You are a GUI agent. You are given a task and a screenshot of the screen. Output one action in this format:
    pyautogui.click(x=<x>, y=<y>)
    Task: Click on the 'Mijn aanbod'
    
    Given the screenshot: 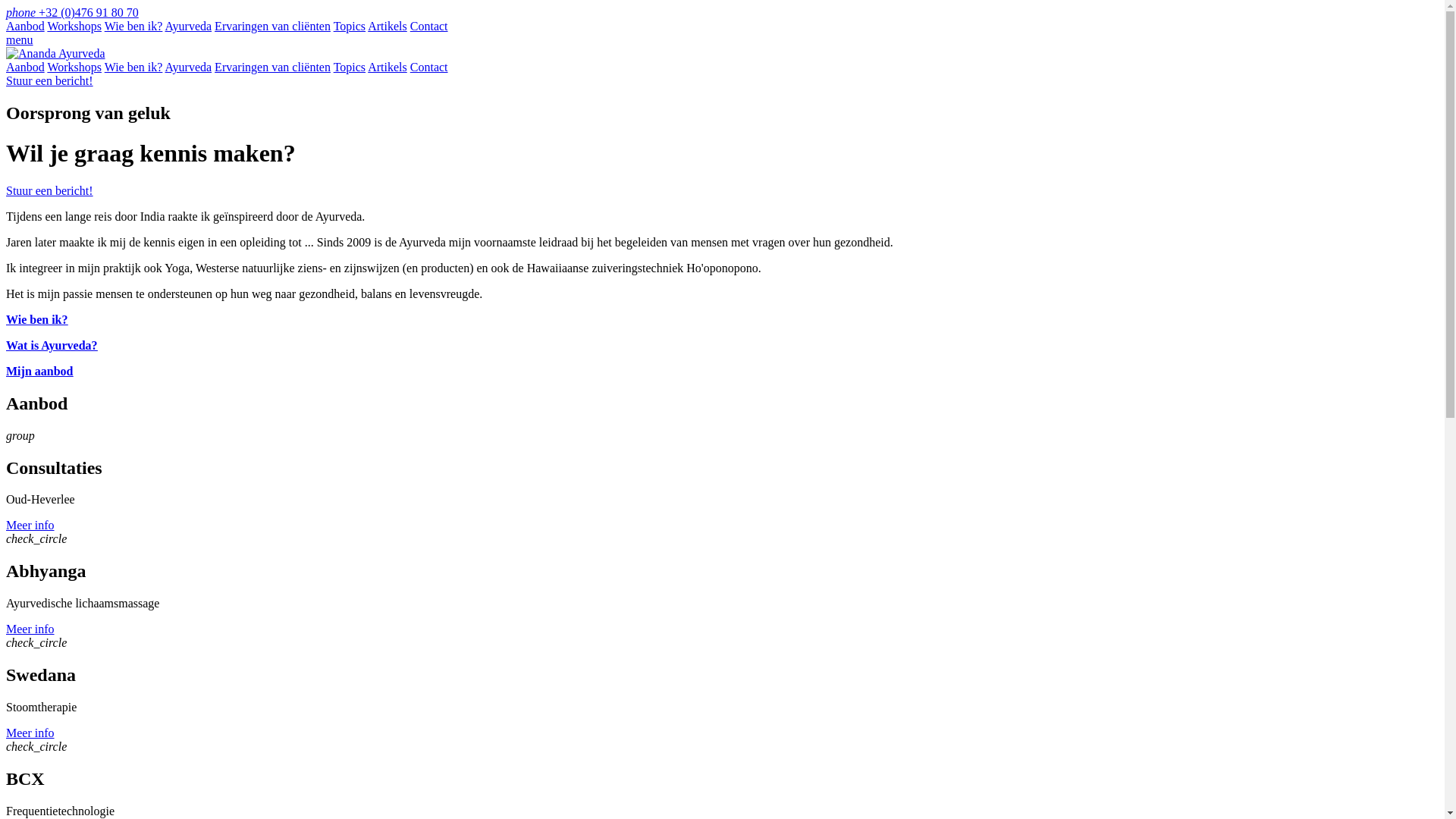 What is the action you would take?
    pyautogui.click(x=39, y=371)
    